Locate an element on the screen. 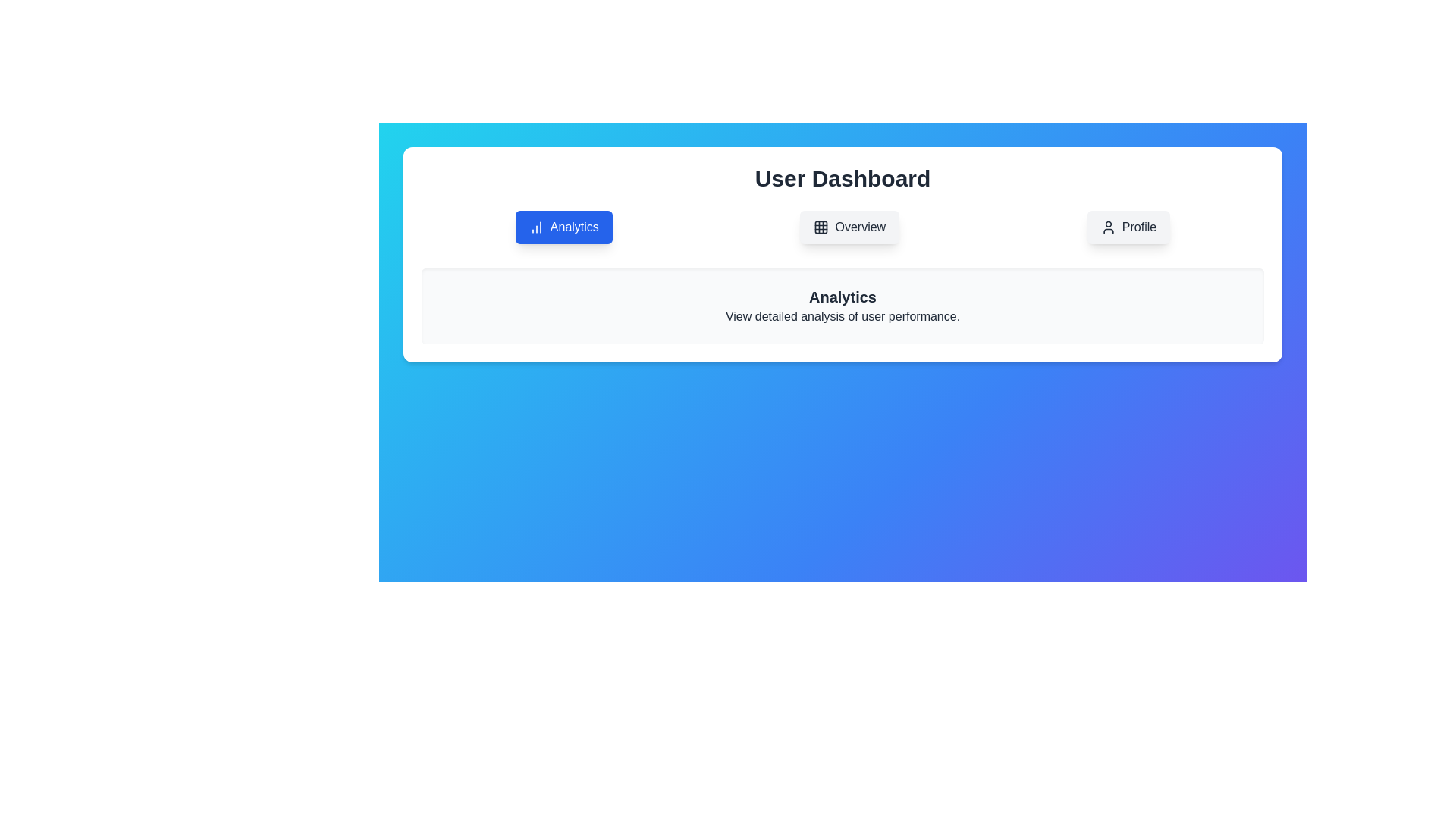  the Overview button to switch to the respective tab is located at coordinates (849, 227).